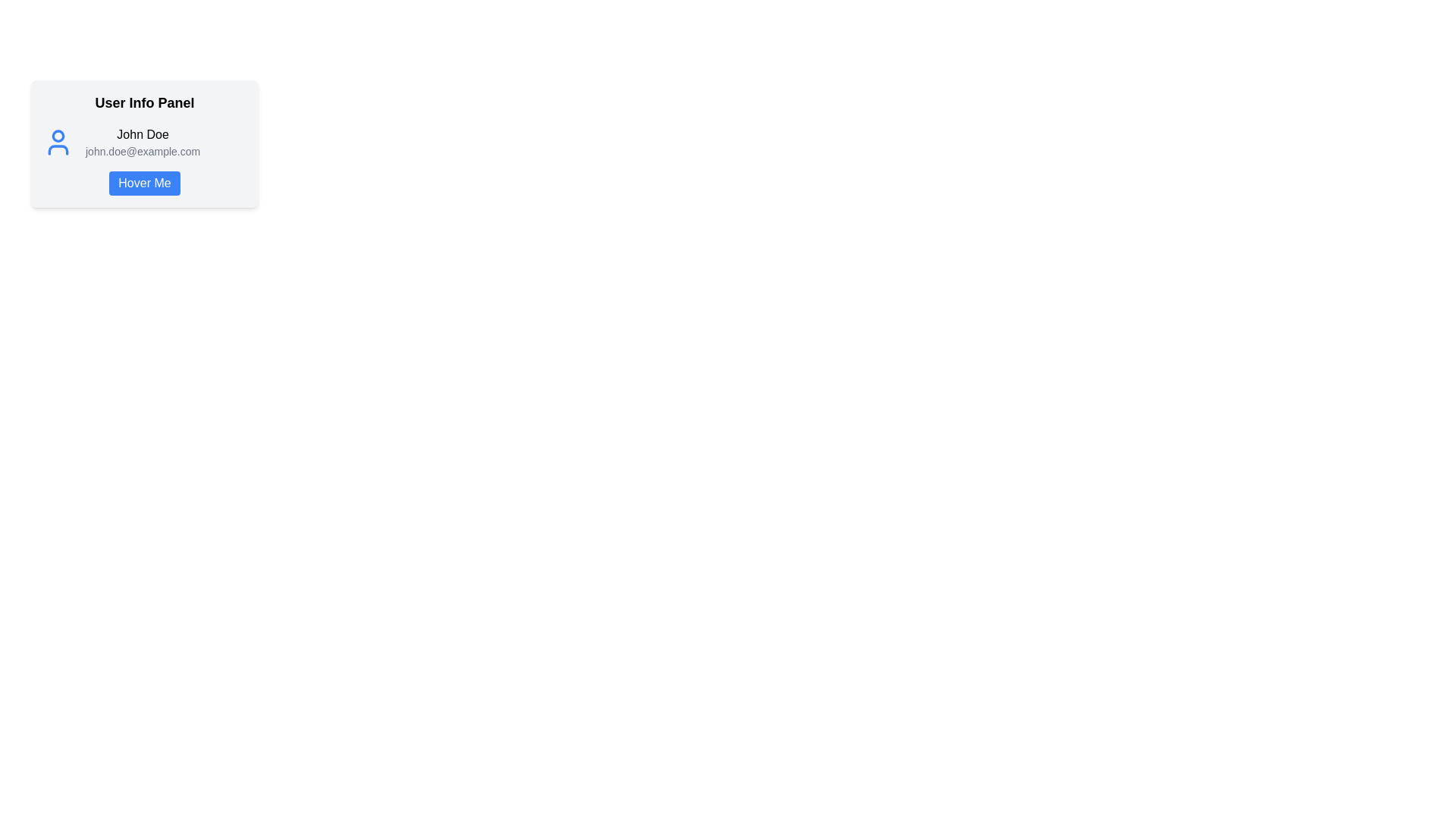  What do you see at coordinates (145, 143) in the screenshot?
I see `the user icon in the Information panel` at bounding box center [145, 143].